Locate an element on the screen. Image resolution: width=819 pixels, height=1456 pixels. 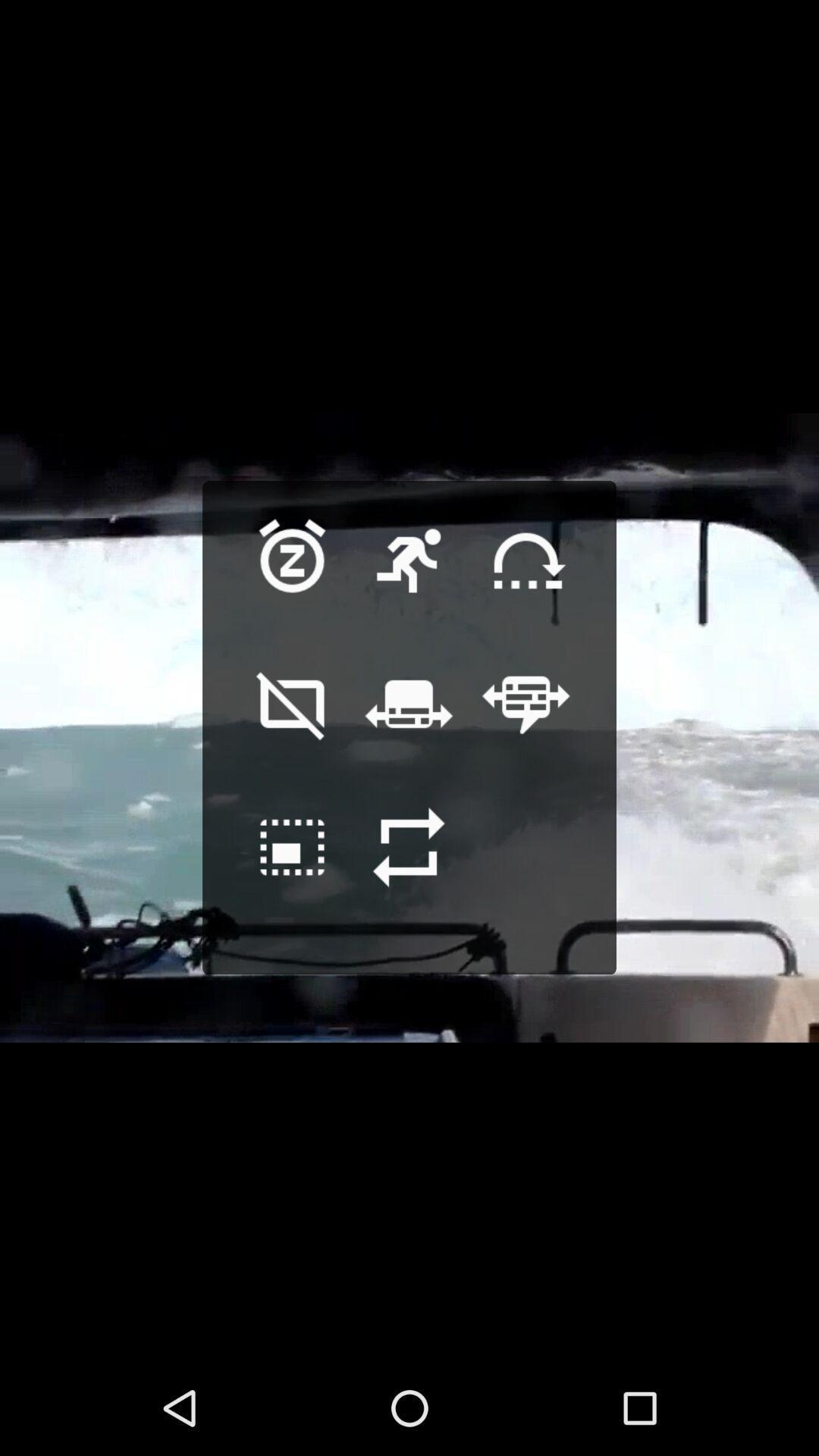
go back is located at coordinates (292, 871).